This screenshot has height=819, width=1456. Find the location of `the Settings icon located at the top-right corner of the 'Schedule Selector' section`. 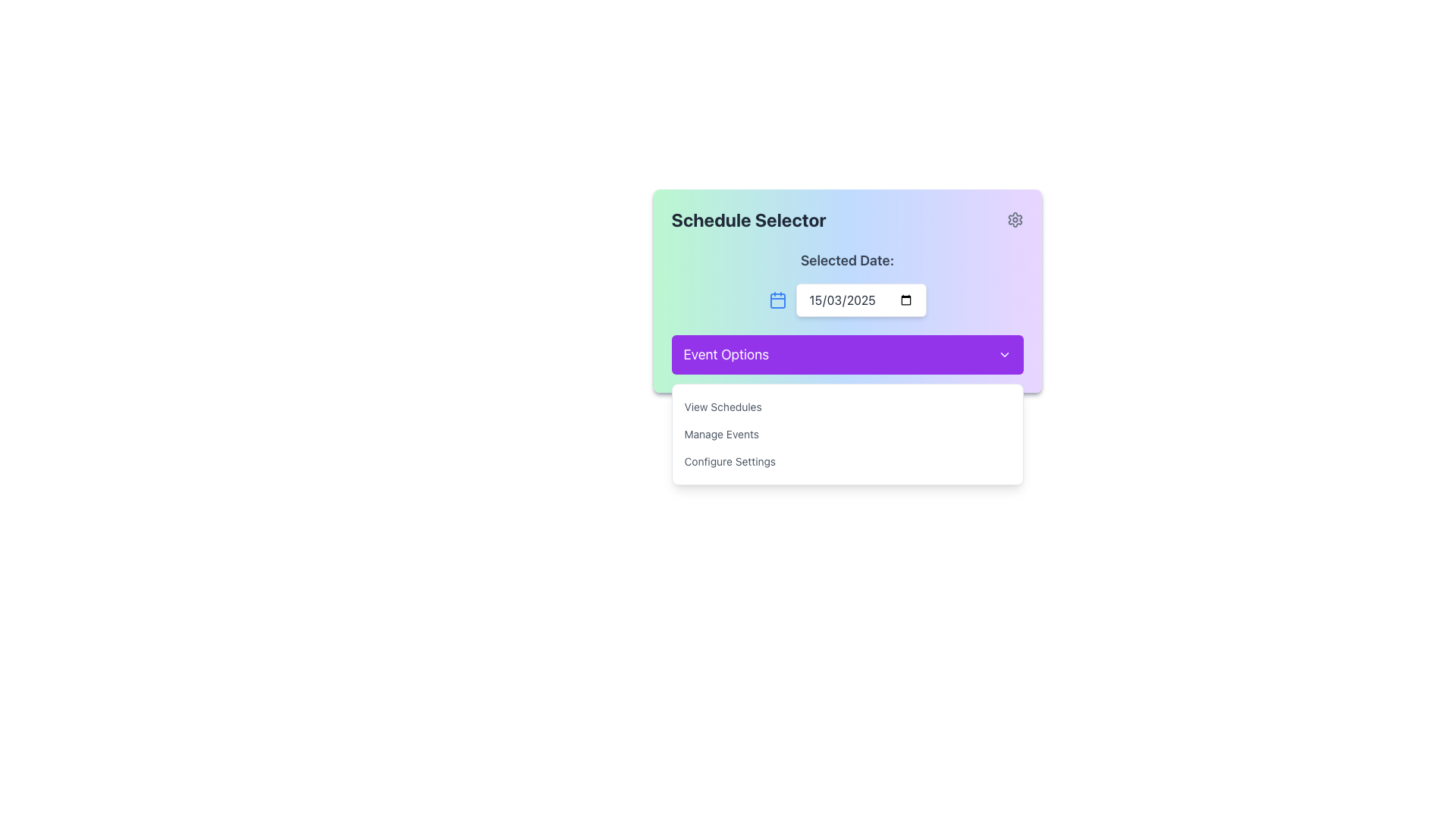

the Settings icon located at the top-right corner of the 'Schedule Selector' section is located at coordinates (1015, 219).